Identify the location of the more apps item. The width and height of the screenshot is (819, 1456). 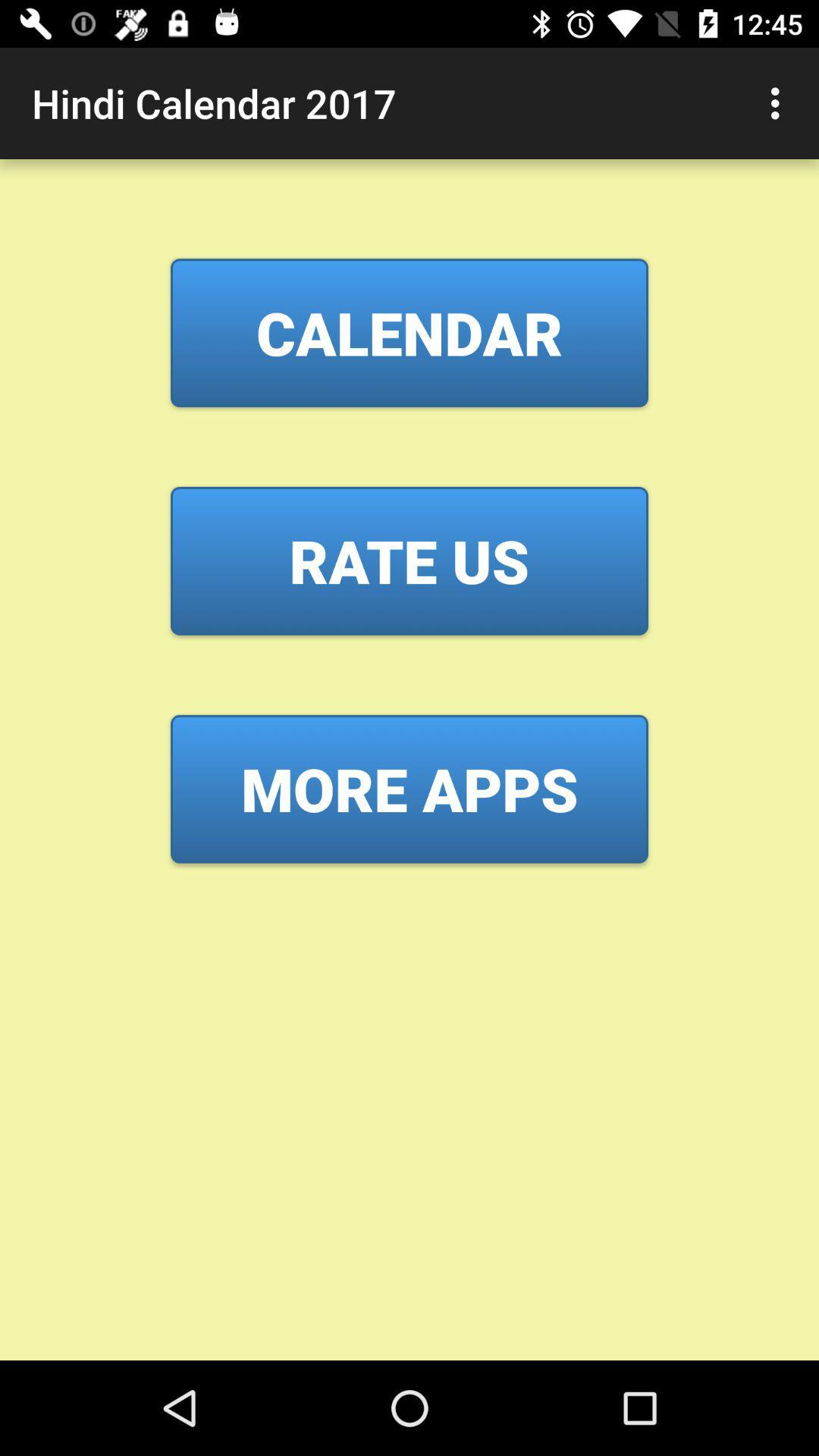
(409, 789).